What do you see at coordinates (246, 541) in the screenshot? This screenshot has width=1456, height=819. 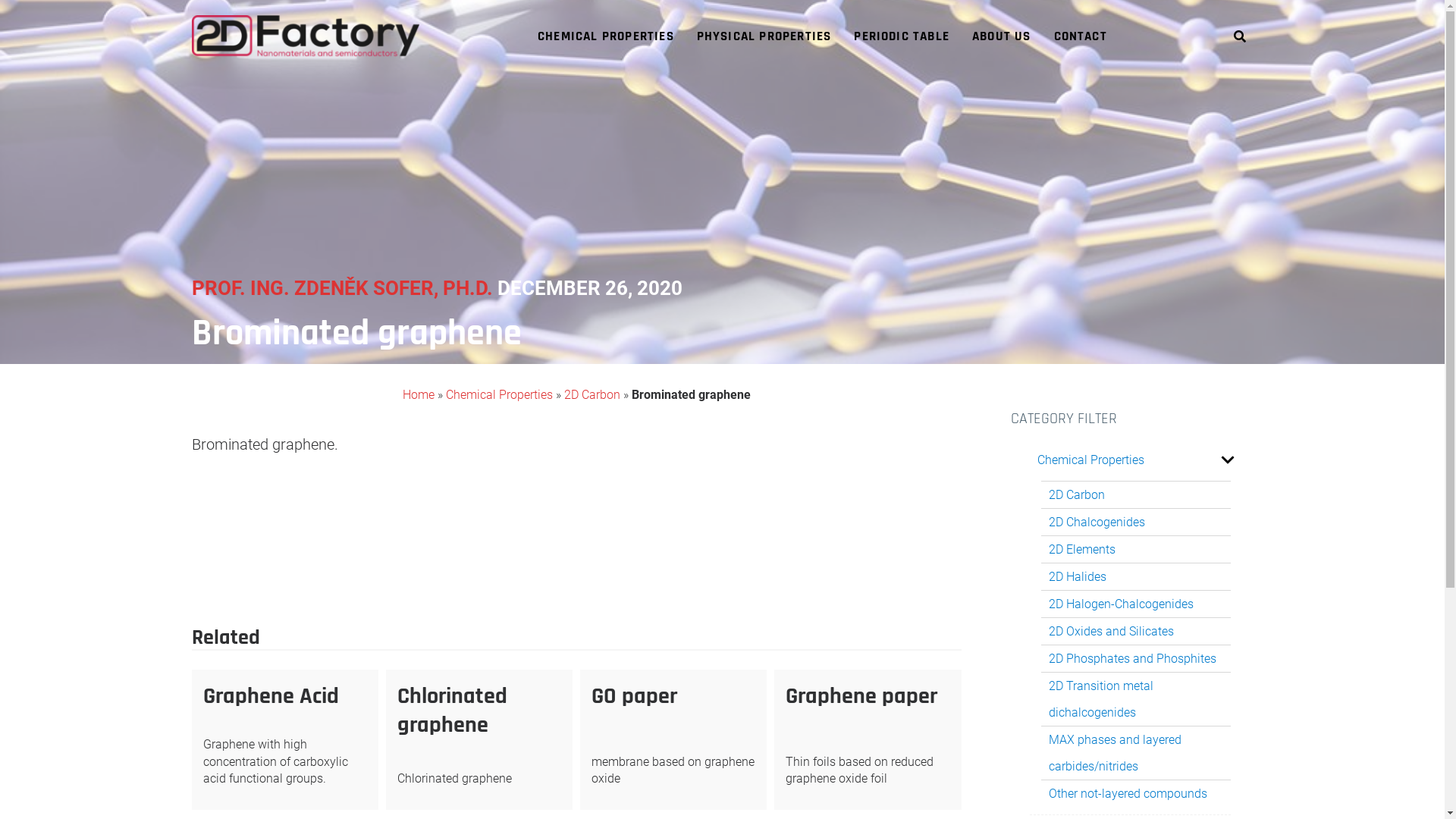 I see `'2D Carbon'` at bounding box center [246, 541].